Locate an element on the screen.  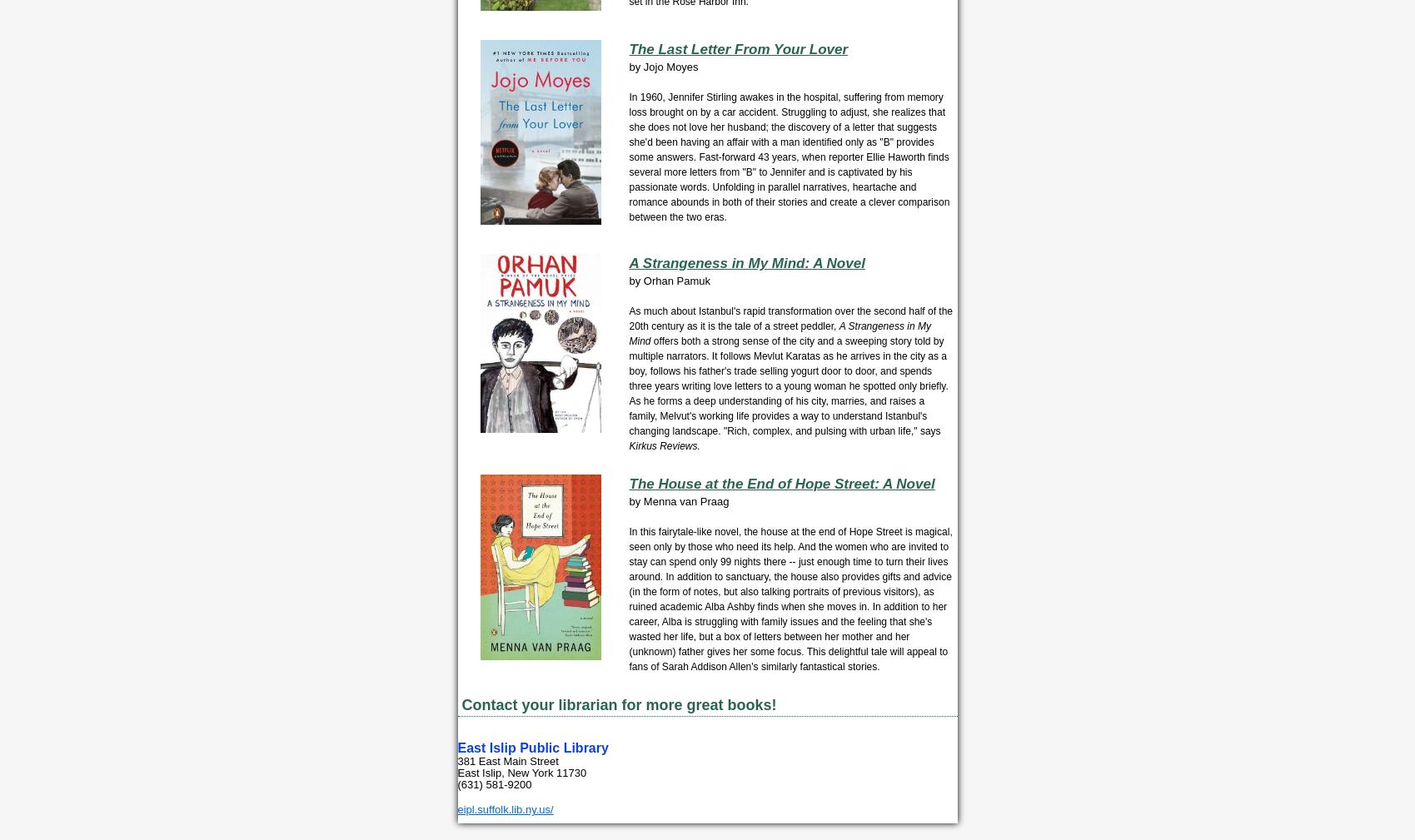
'In this fairytale-like novel, the house at the end of Hope Street is magical, seen only by those who need its help. And the women who are invited to stay can spend only 99 nights there -- just enough time to turn their lives around. In addition to sanctuary, the house also provides gifts and advice (in the form of notes, but also talking portraits of previous visitors), as ruined academic Alba Ashby finds when she moves in. In addition to her career, Alba is struggling with family issues and the feeling that she's wasted her life, but a box of letters between her mother and her (unknown) father gives her some focus. This delightful tale will appeal to fans of Sarah Addison Allen's similarly fantastical stories.' is located at coordinates (790, 599).